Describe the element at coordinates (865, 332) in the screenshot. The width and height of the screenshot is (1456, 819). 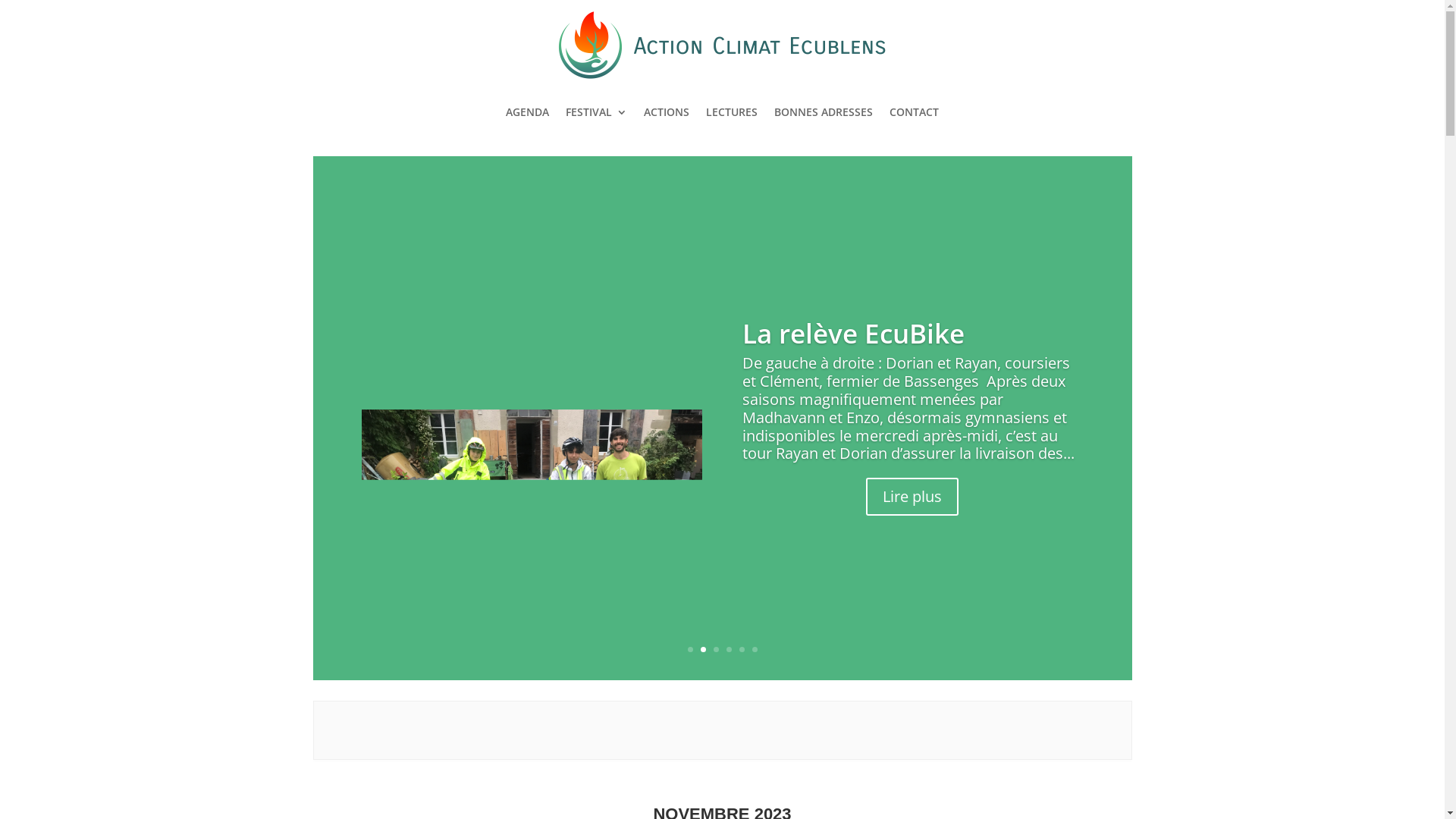
I see `'Une parade pour le Boulevard urbain'` at that location.